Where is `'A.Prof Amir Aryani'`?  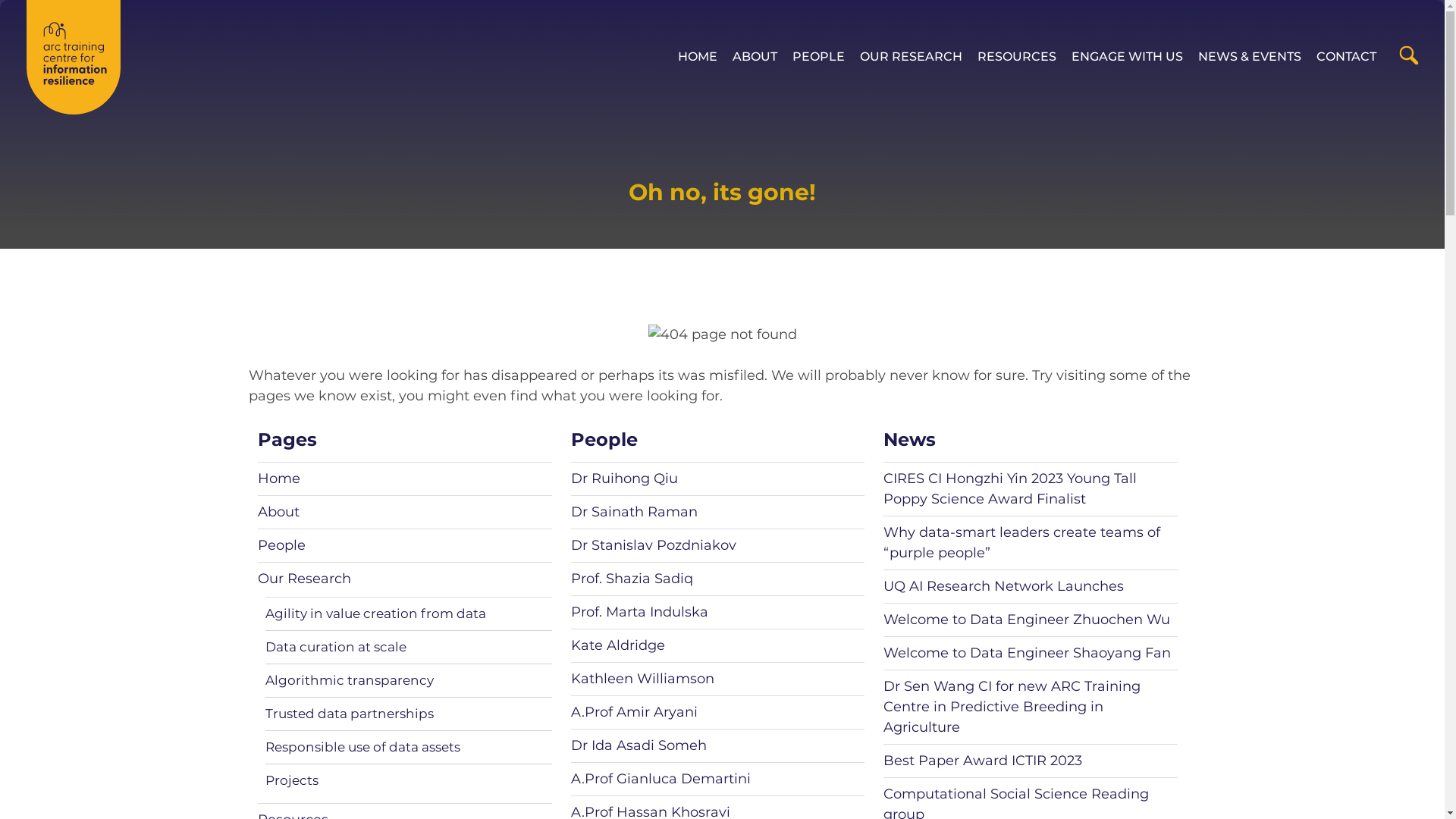 'A.Prof Amir Aryani' is located at coordinates (633, 711).